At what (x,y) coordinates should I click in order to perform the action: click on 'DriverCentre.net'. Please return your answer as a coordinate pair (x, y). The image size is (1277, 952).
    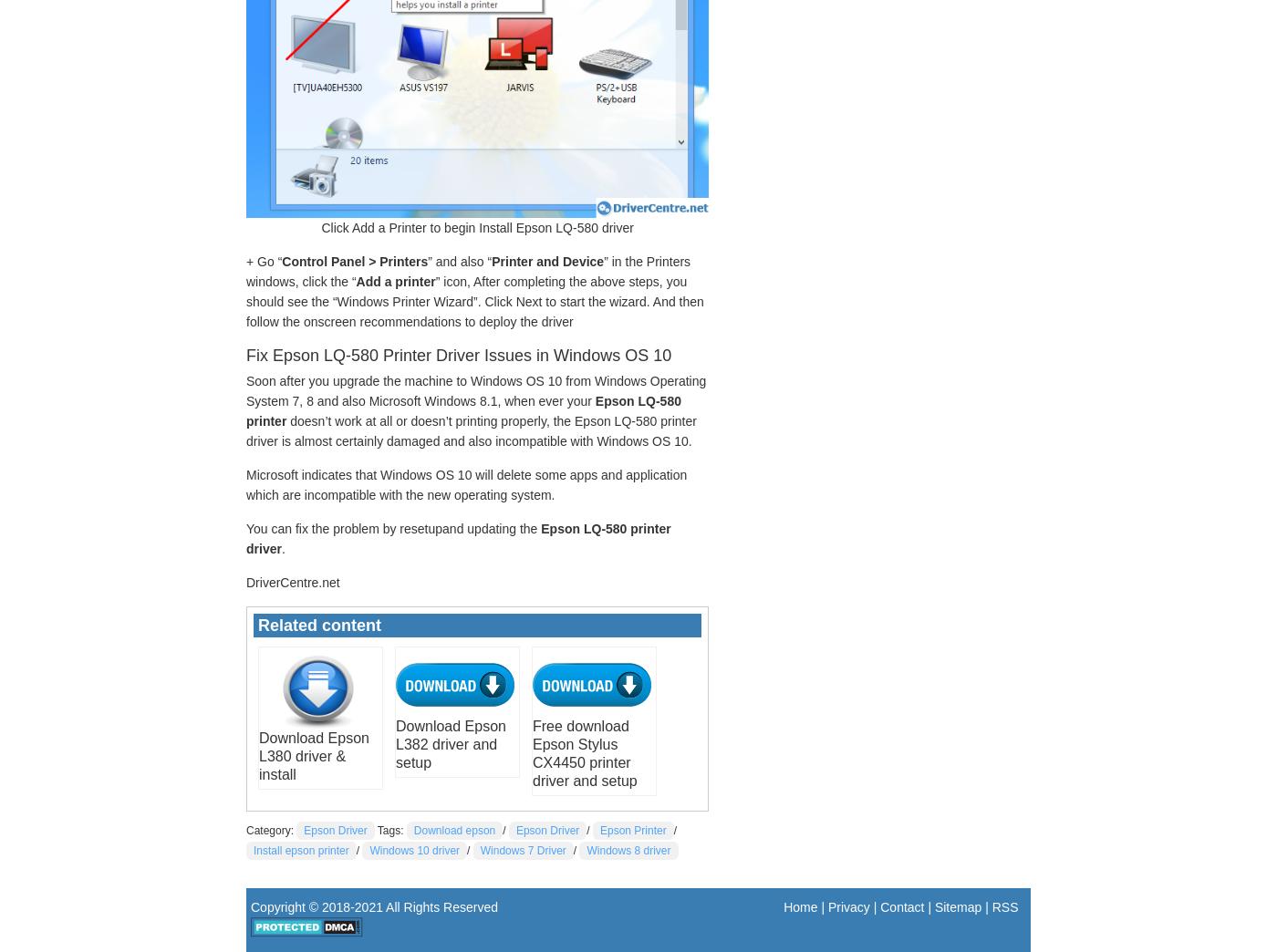
    Looking at the image, I should click on (293, 581).